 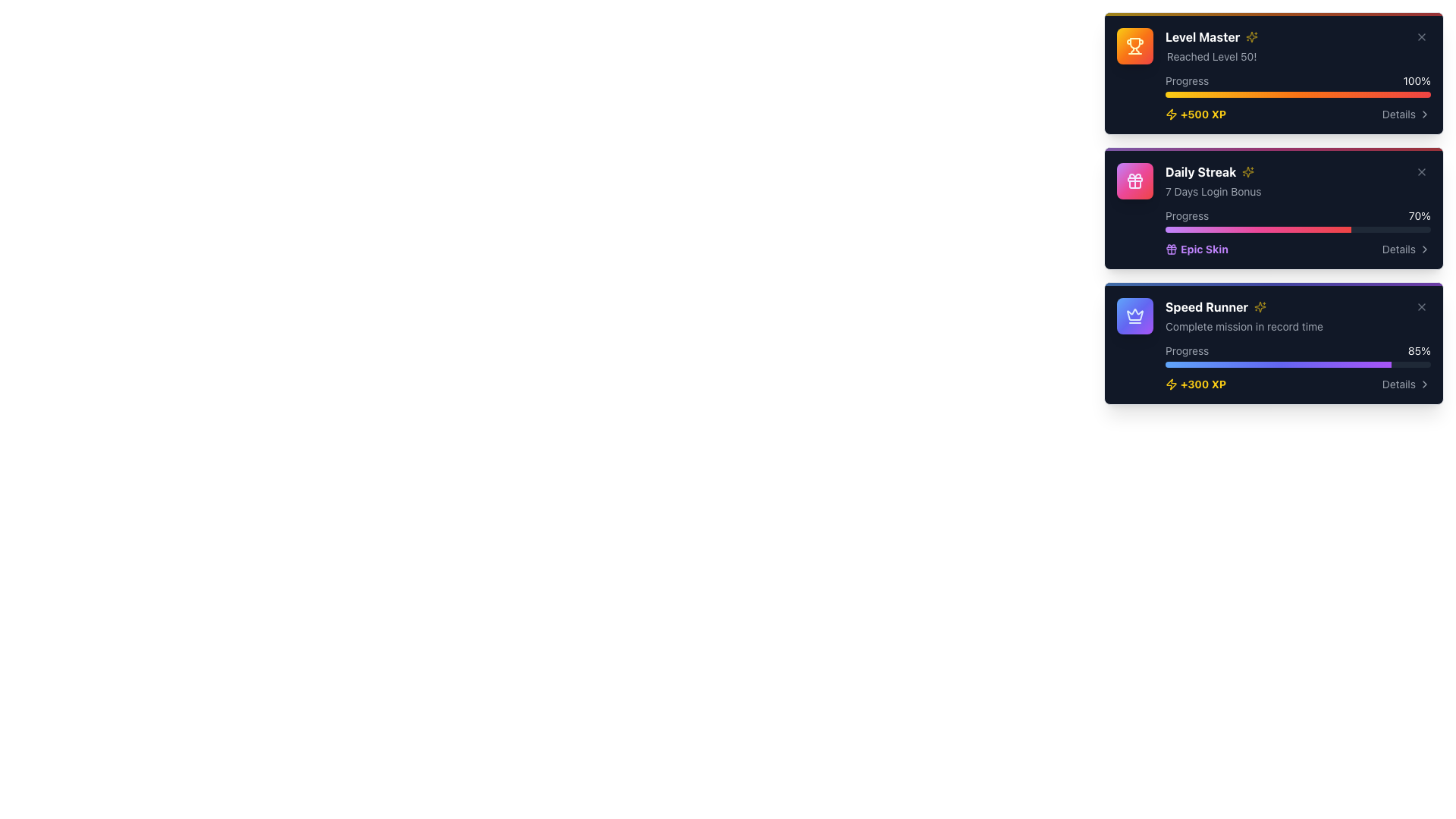 I want to click on the progress visually on the progress bar located in the bottom-most card beneath the title 'Speed Runner' and above the reward information '+300 XP', so click(x=1298, y=356).